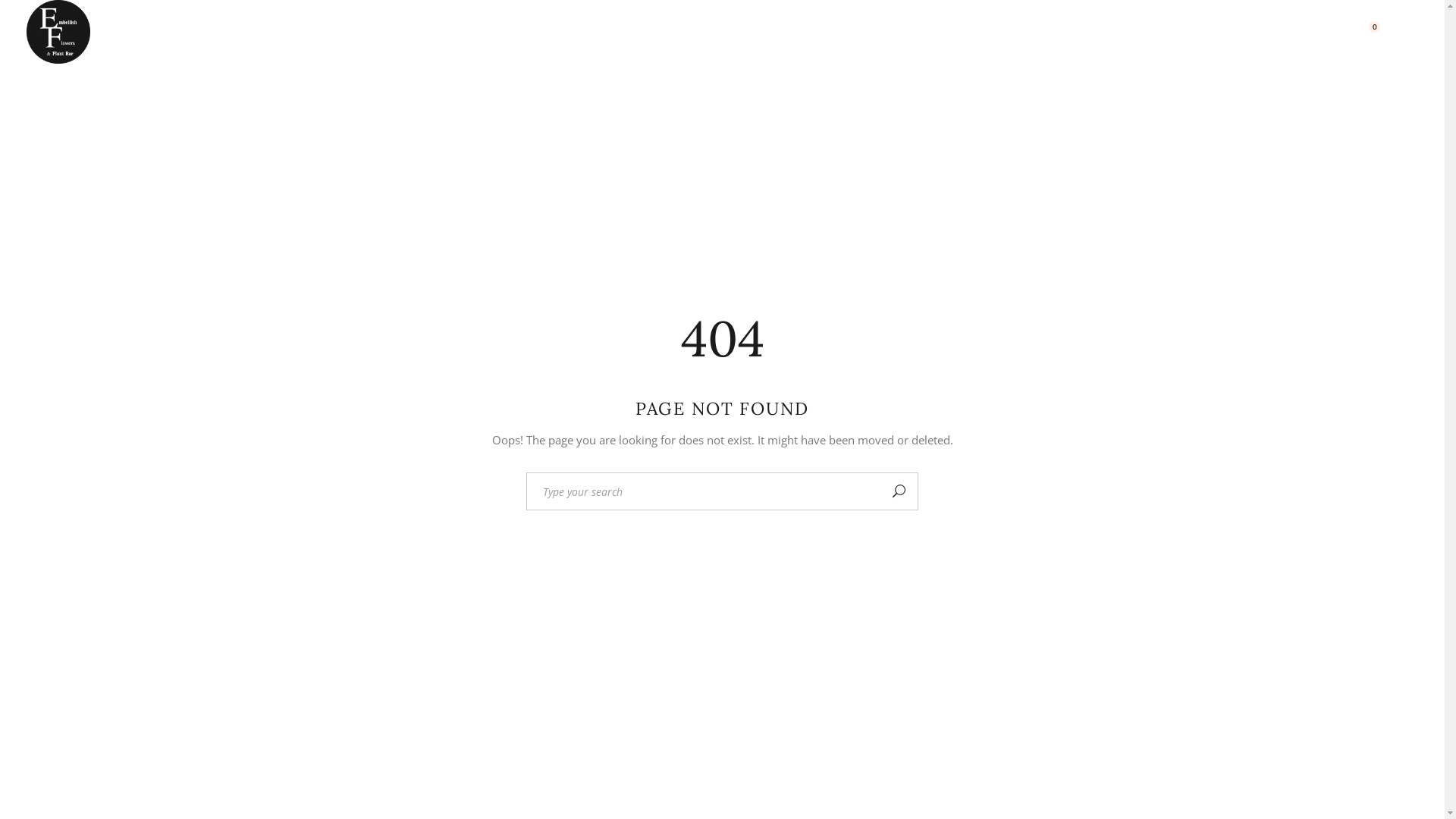 This screenshot has height=819, width=1456. What do you see at coordinates (290, 32) in the screenshot?
I see `'FRESH FLOWERS'` at bounding box center [290, 32].